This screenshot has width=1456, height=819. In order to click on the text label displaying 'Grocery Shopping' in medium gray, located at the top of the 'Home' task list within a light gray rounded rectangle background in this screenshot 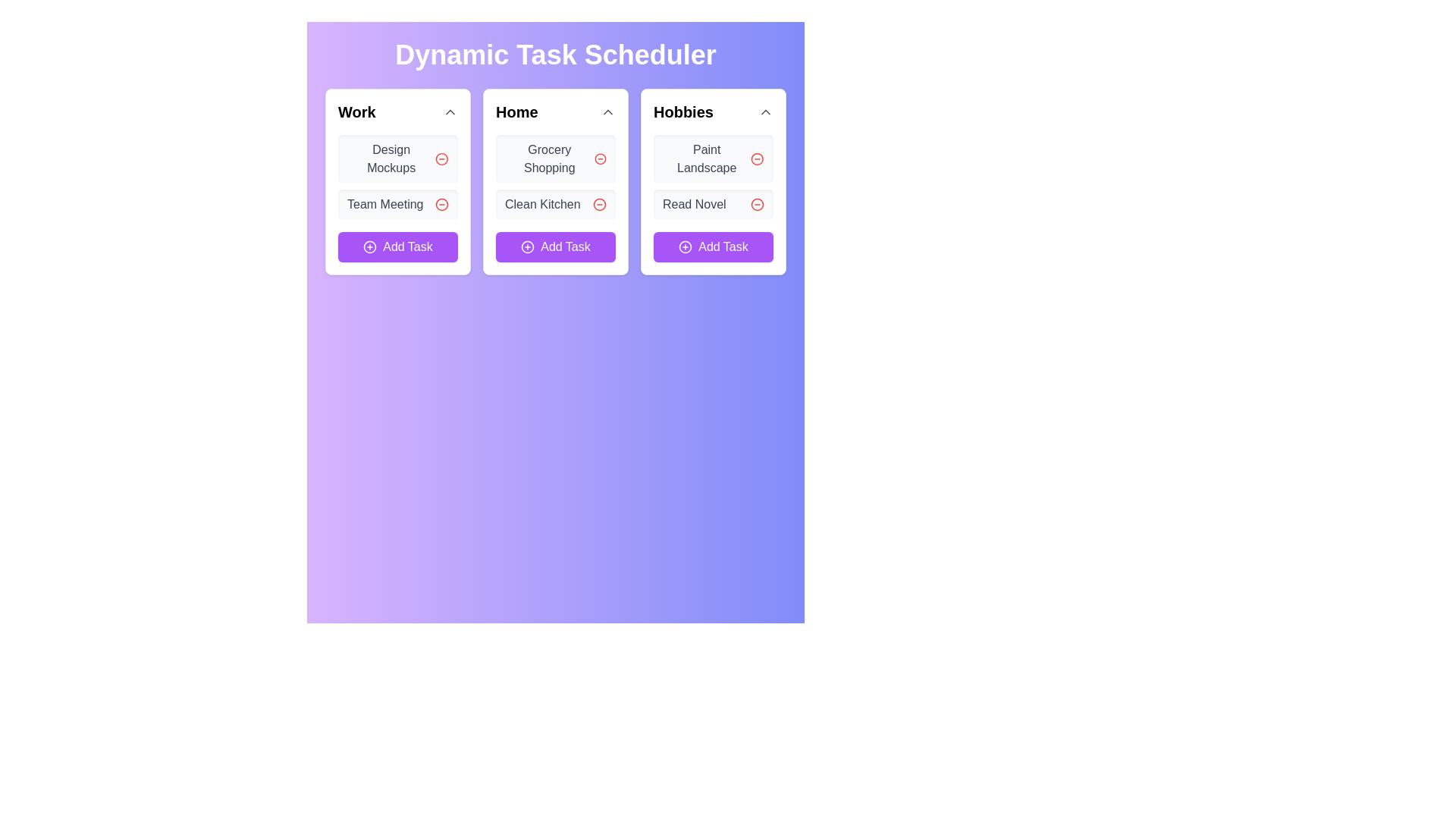, I will do `click(548, 158)`.